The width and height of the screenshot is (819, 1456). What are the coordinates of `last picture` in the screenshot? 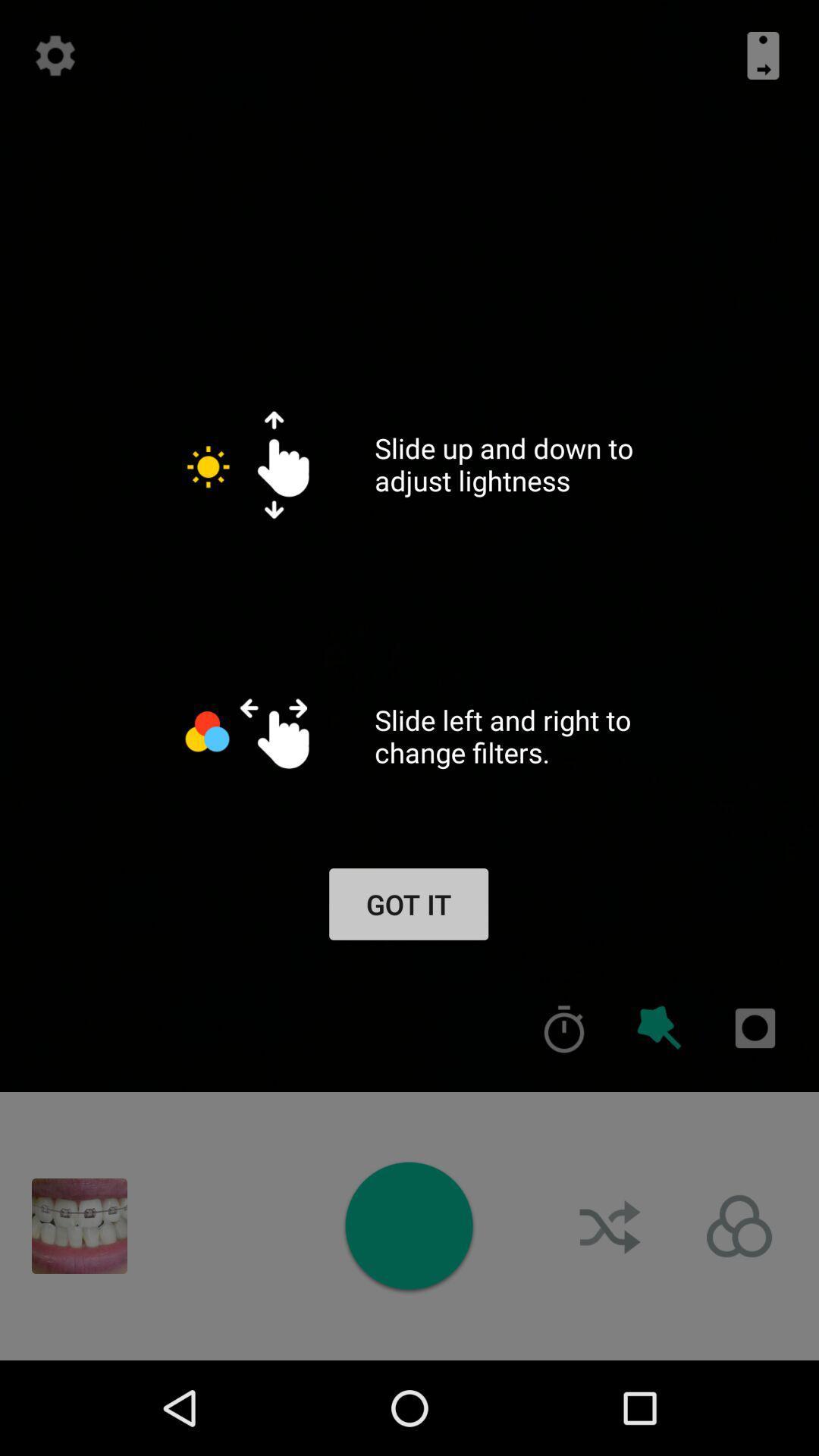 It's located at (79, 1226).